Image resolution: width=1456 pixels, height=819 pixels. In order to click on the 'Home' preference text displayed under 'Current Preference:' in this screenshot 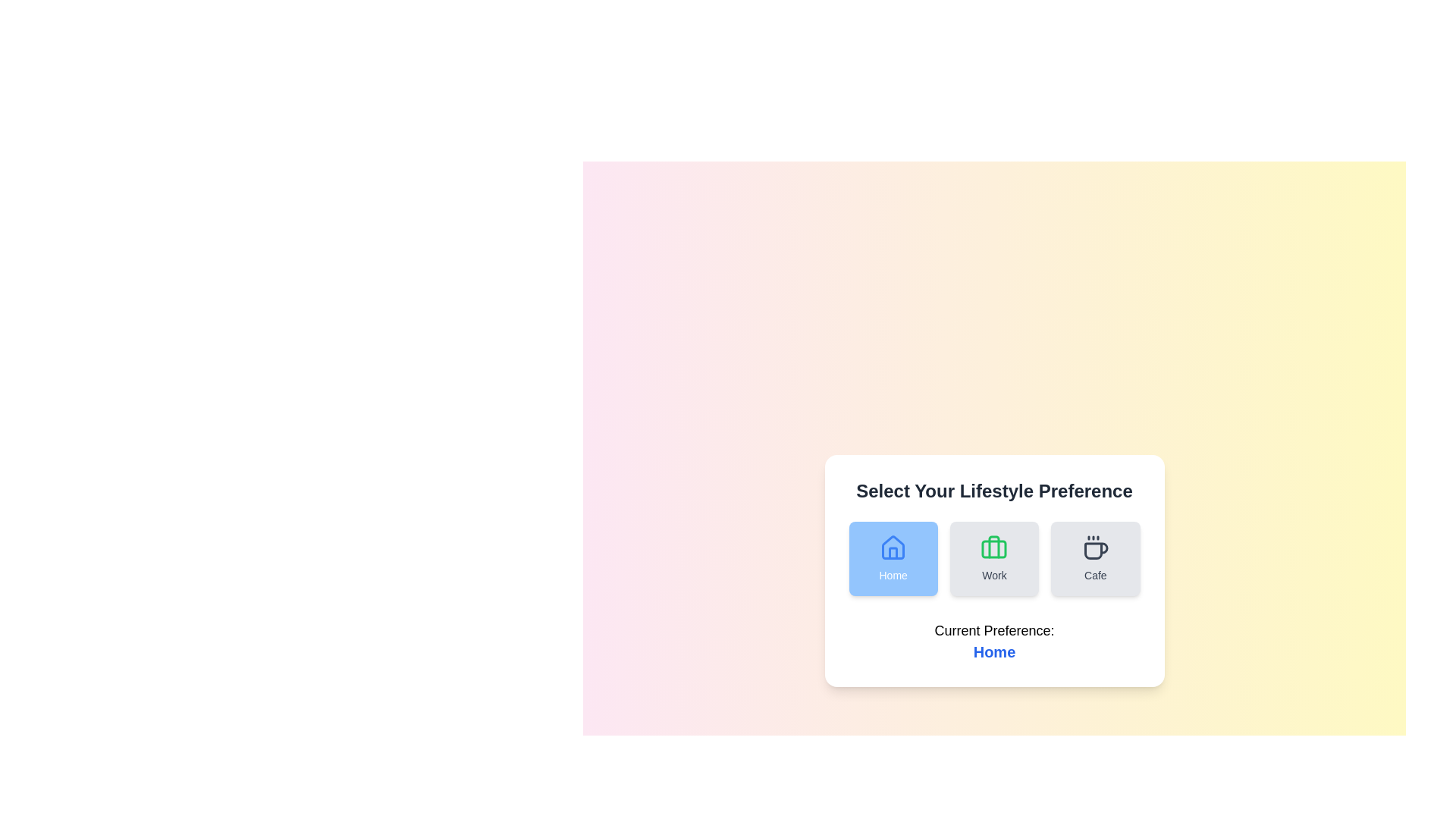, I will do `click(994, 651)`.